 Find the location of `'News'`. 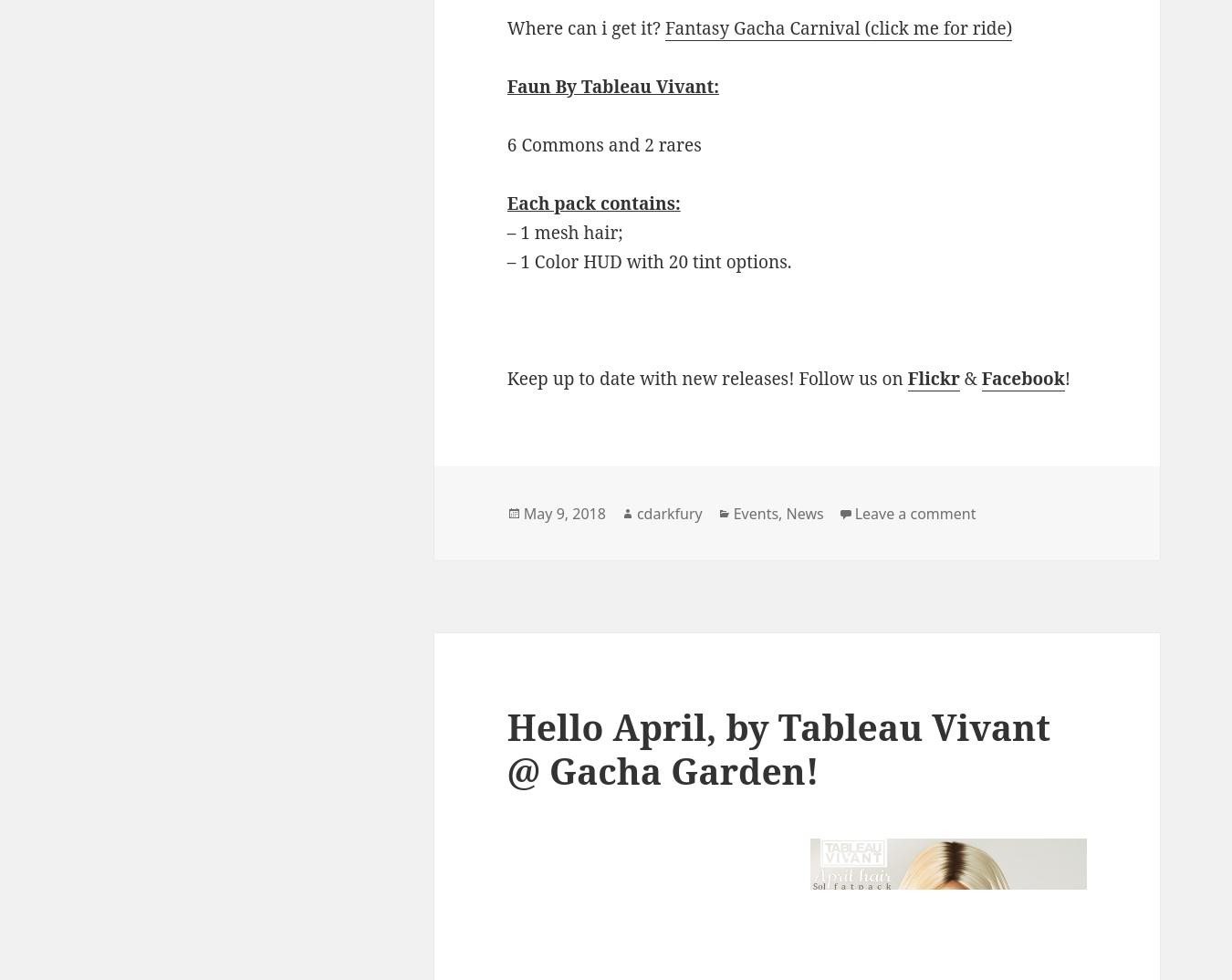

'News' is located at coordinates (804, 512).